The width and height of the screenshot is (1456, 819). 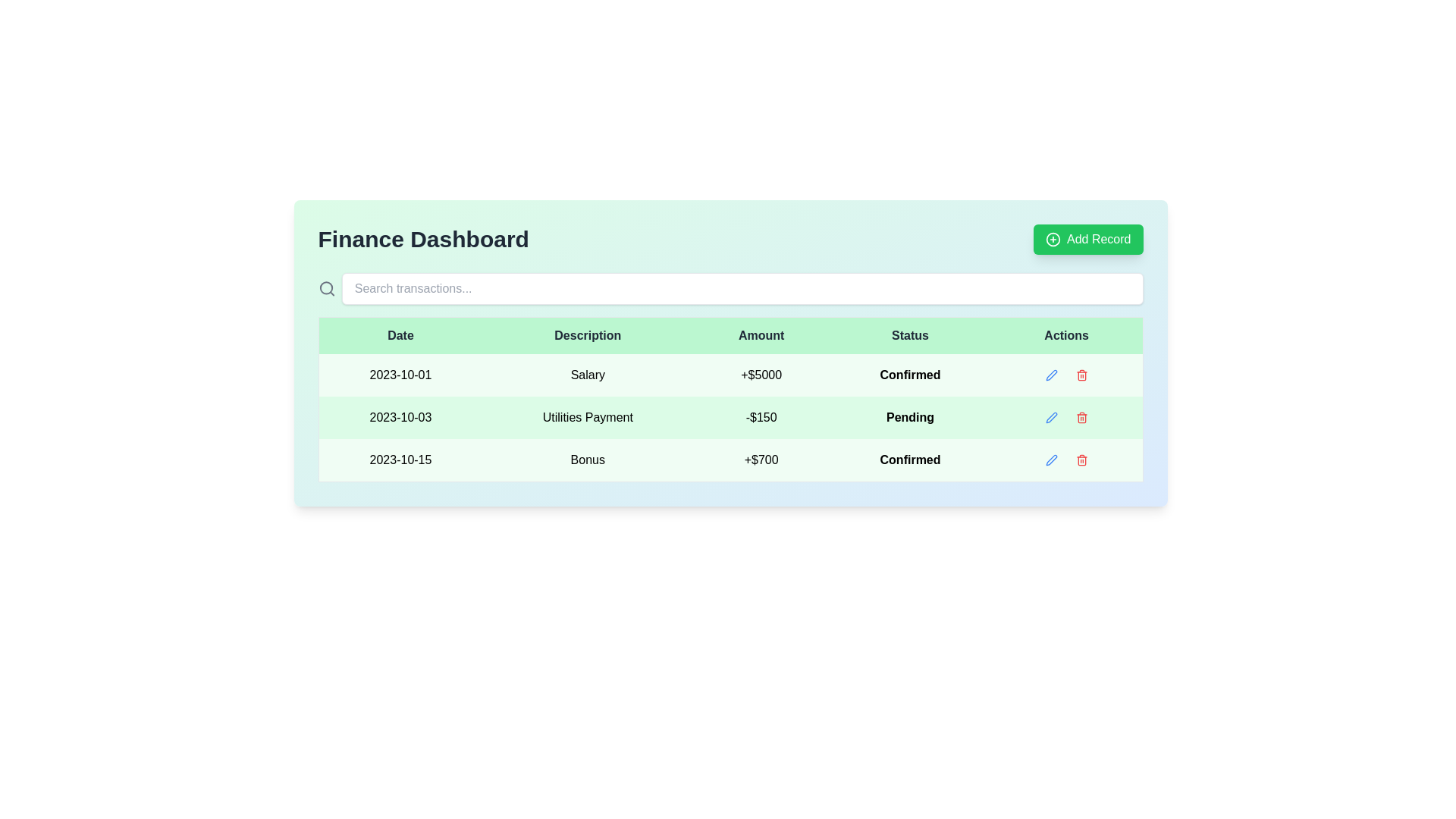 I want to click on the bolded text label displaying 'Confirmed' in the first row of the transaction table, located in the fourth column under the 'Status' column, so click(x=910, y=375).